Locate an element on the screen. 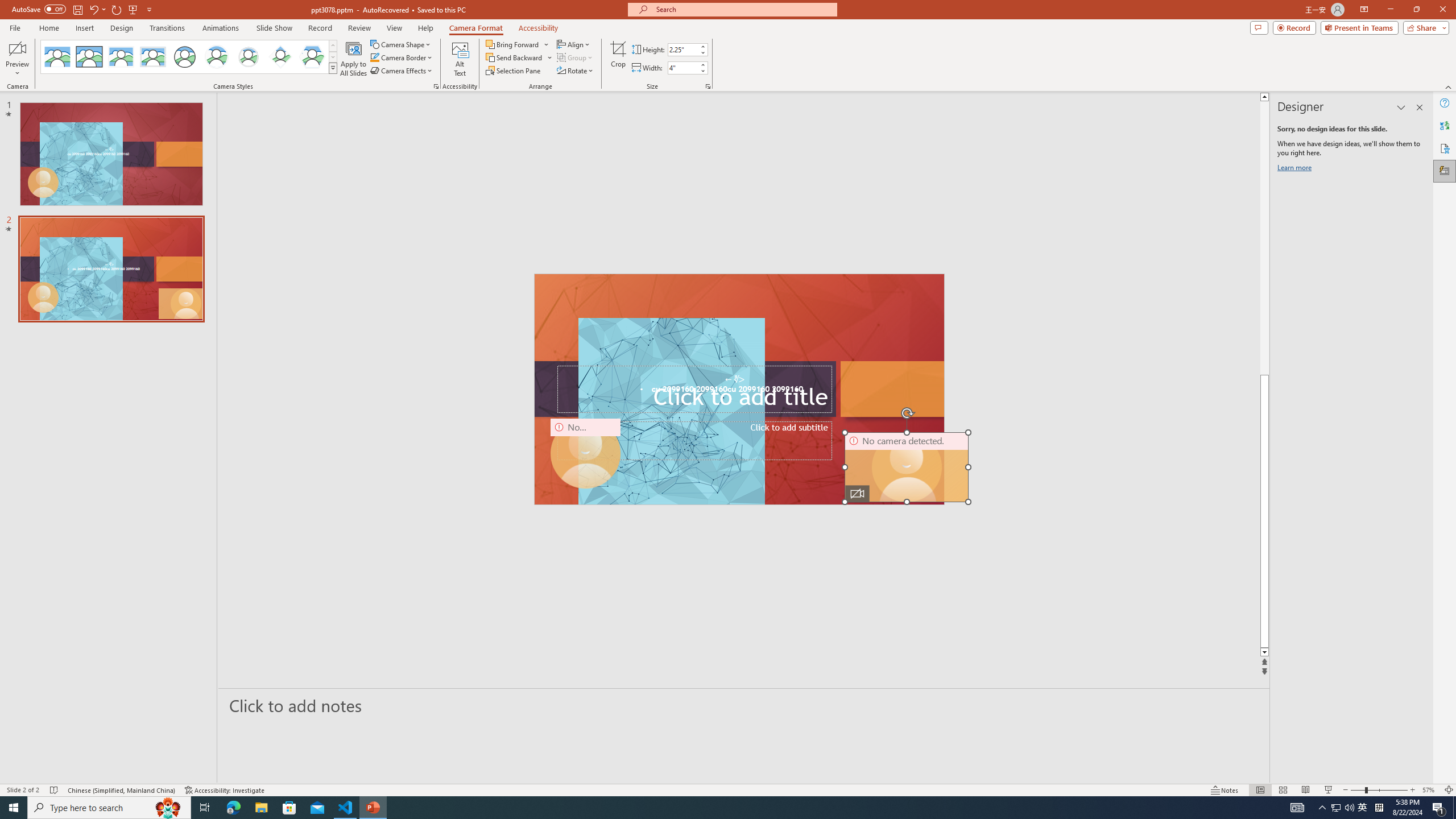 Image resolution: width=1456 pixels, height=819 pixels. 'Simple Frame Circle' is located at coordinates (185, 56).